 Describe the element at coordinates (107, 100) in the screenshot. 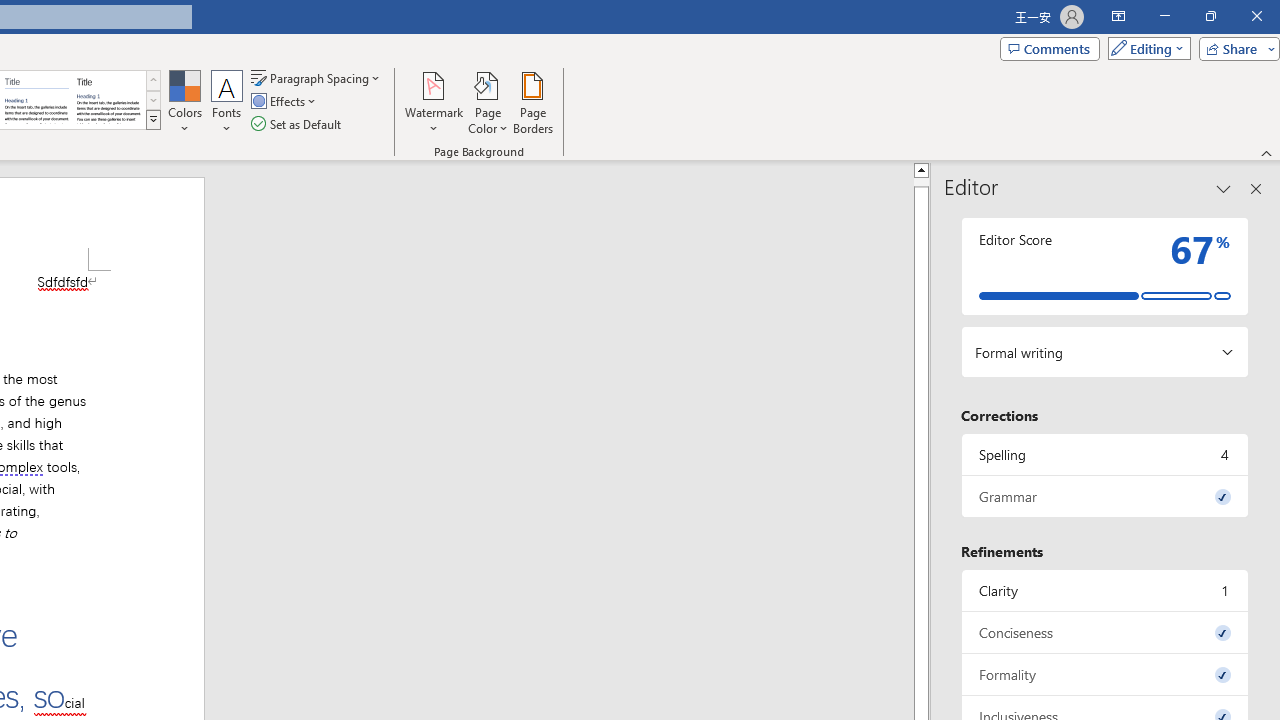

I see `'Word 2013'` at that location.